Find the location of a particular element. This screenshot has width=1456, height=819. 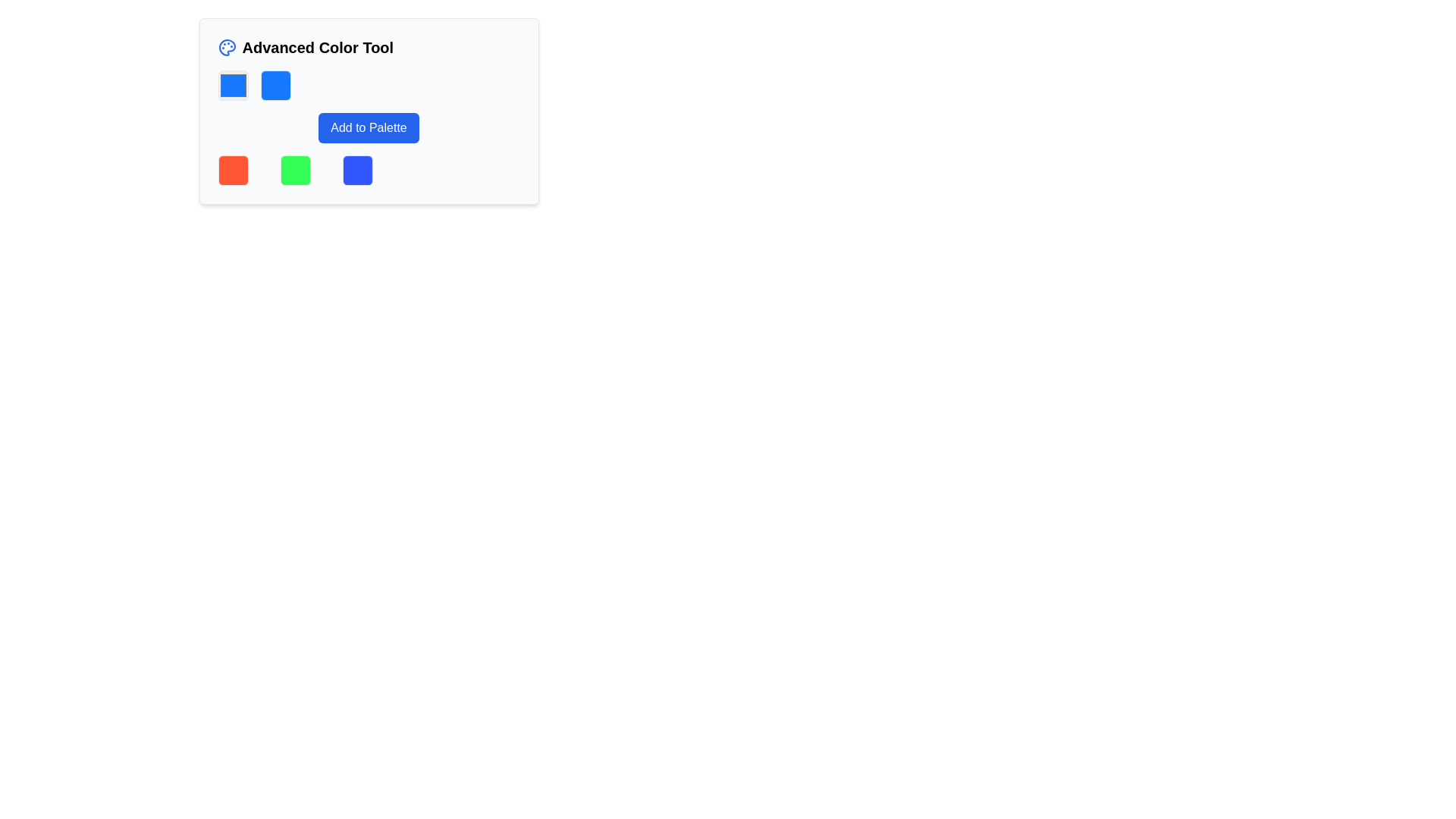

the small circular icon resembling a painter's palette, which is located to the left of the 'Advanced Color Tool' title is located at coordinates (226, 46).